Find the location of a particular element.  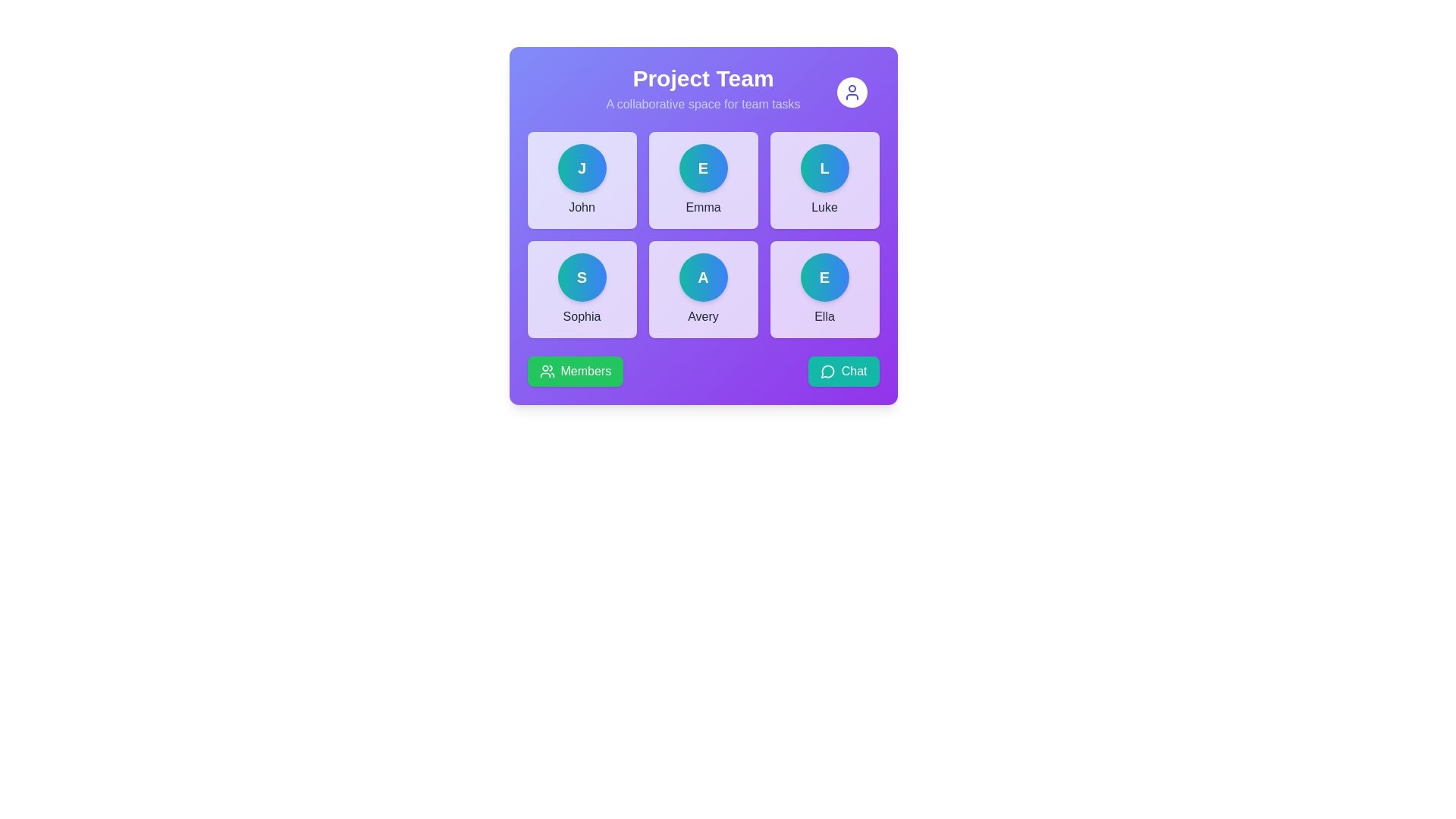

the static text label that summarizes the purpose of the module, positioned beneath the 'Project Team' text and centrally above the grid layout of icons is located at coordinates (702, 104).